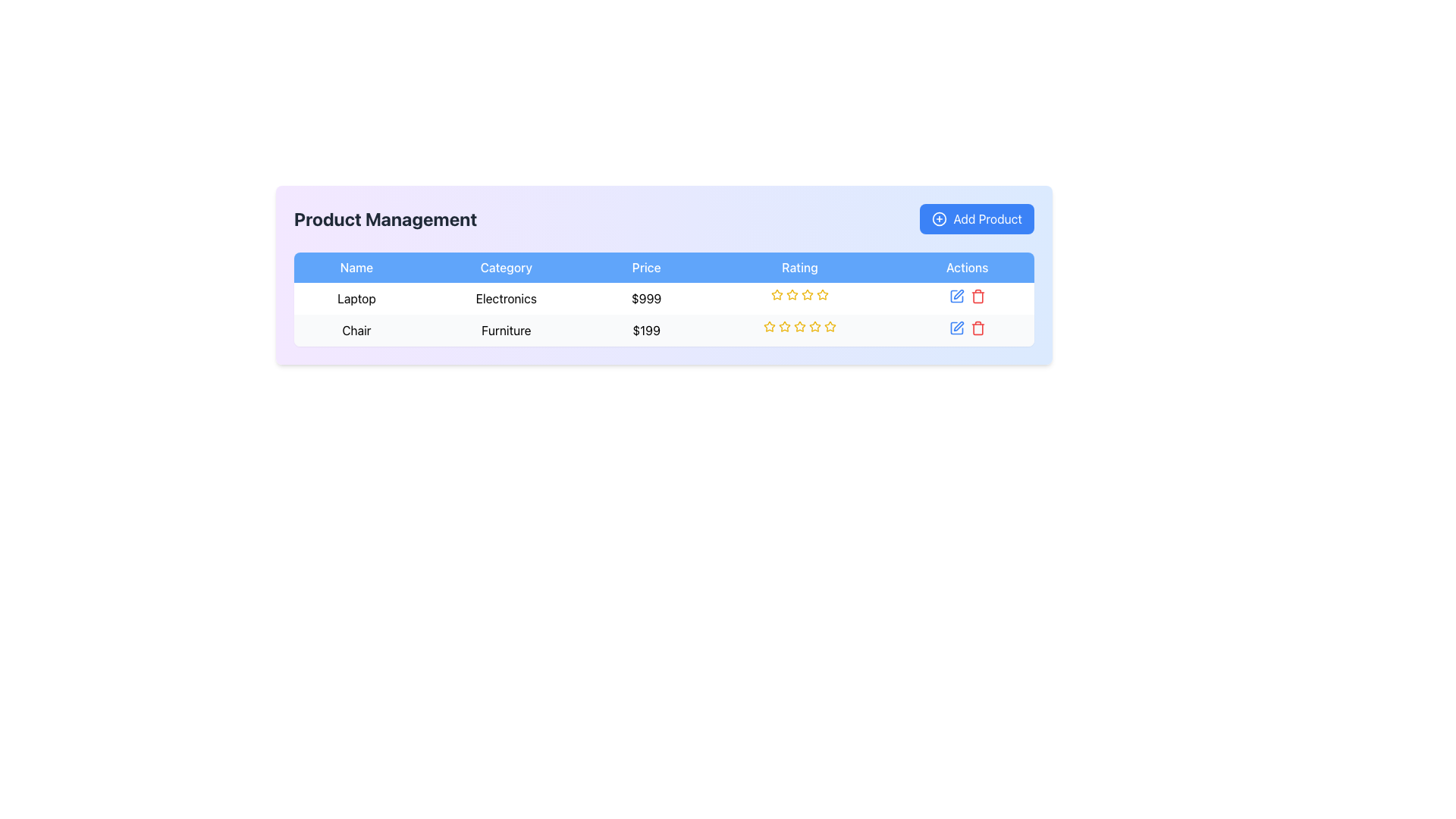  What do you see at coordinates (785, 326) in the screenshot?
I see `the Star Icon representing the rating for the 'Chair' product, located in the 'Rating' column of the second row in the table` at bounding box center [785, 326].